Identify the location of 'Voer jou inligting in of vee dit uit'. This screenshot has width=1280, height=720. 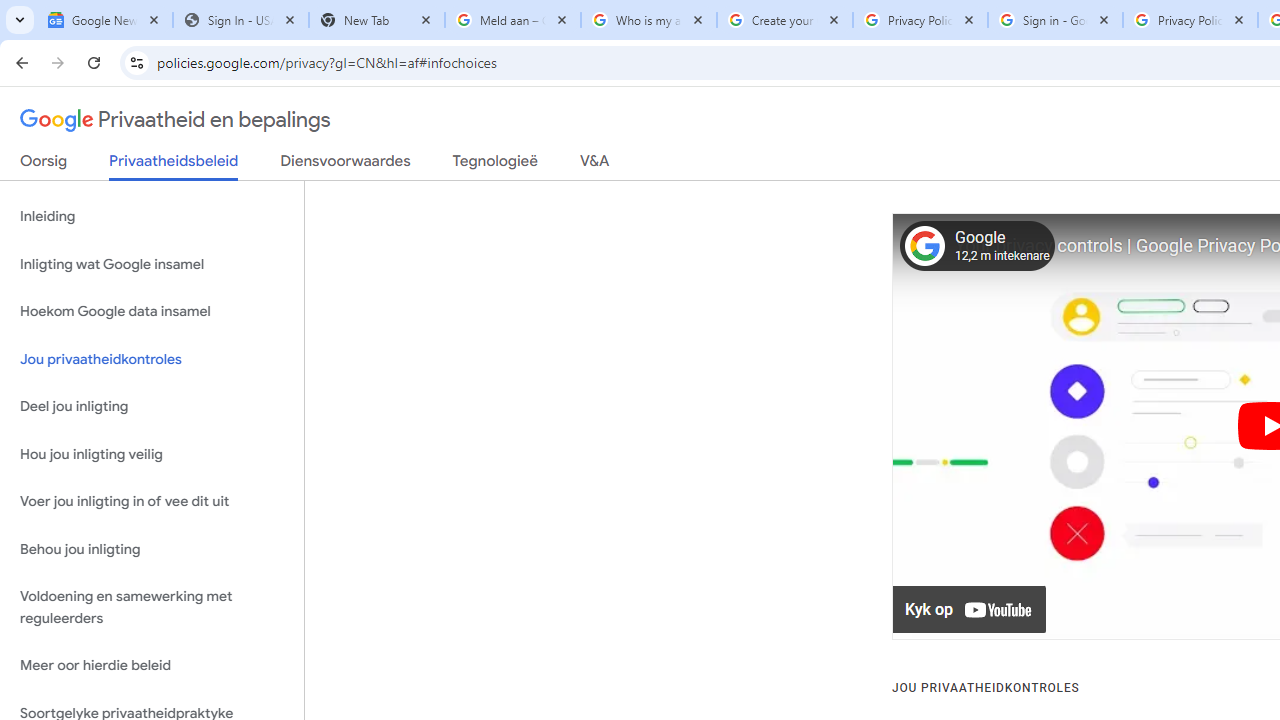
(151, 501).